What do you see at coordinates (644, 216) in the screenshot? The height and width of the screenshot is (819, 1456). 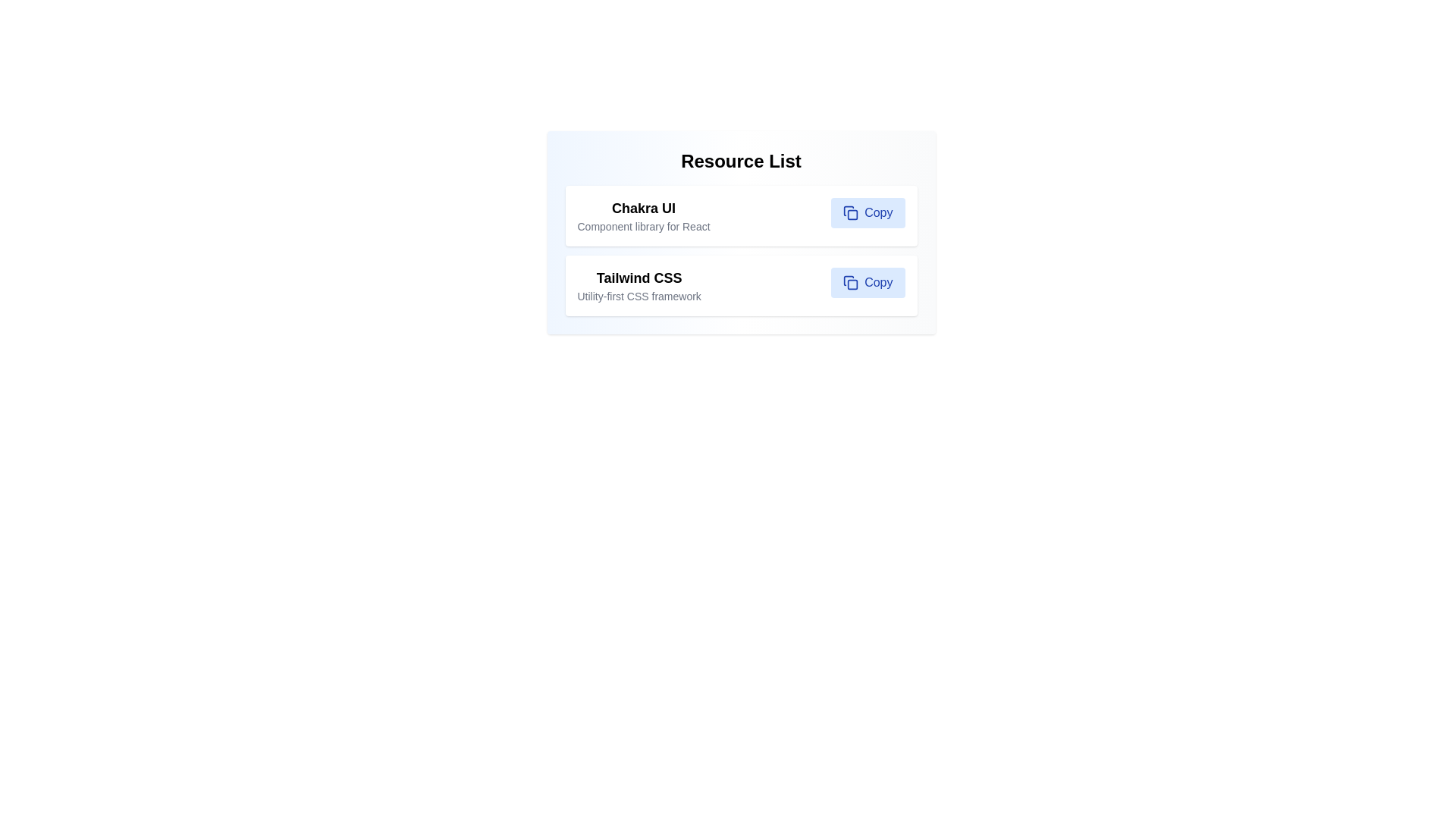 I see `text block titled 'Chakra UI' which contains two lines of formatted text; the first line is bold and larger, and the second line reads 'Component library for React'` at bounding box center [644, 216].